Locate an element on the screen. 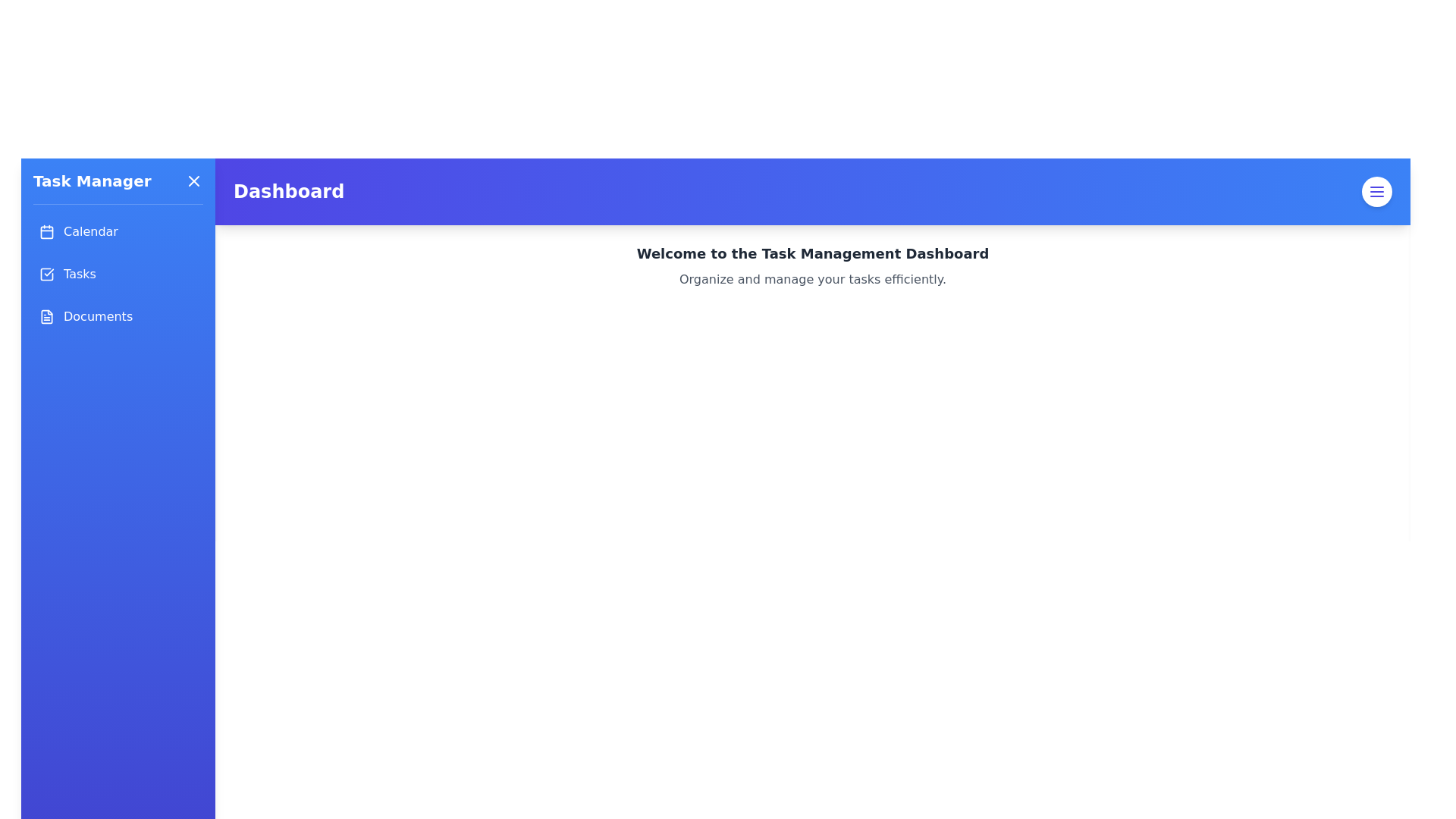 This screenshot has height=819, width=1456. text of the heading 'Welcome to the Task Management Dashboard' to understand the purpose of the dashboard is located at coordinates (811, 253).